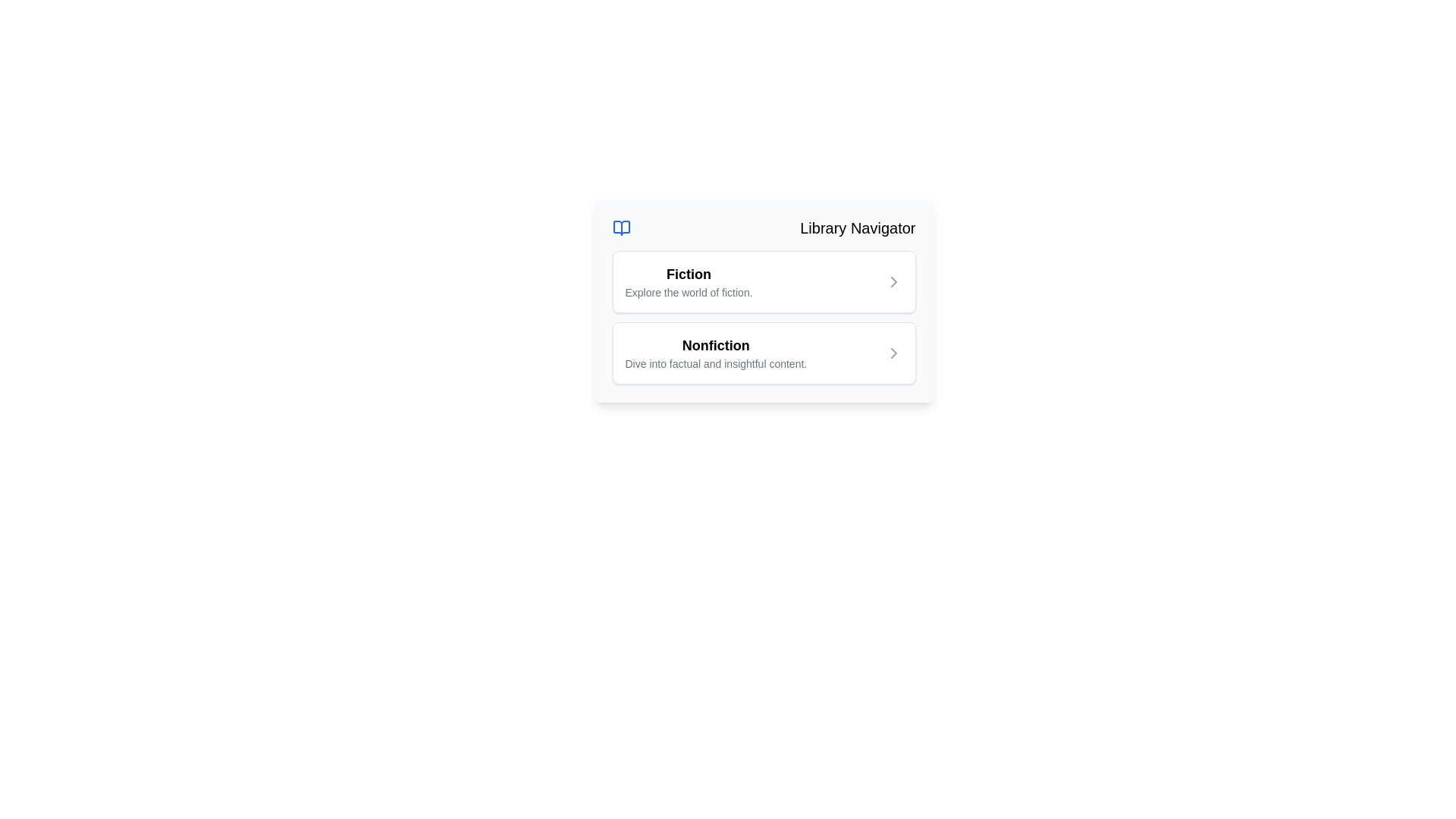 Image resolution: width=1456 pixels, height=819 pixels. What do you see at coordinates (893, 353) in the screenshot?
I see `the navigational chevron icon located on the far right of the second row in the library navigator card` at bounding box center [893, 353].